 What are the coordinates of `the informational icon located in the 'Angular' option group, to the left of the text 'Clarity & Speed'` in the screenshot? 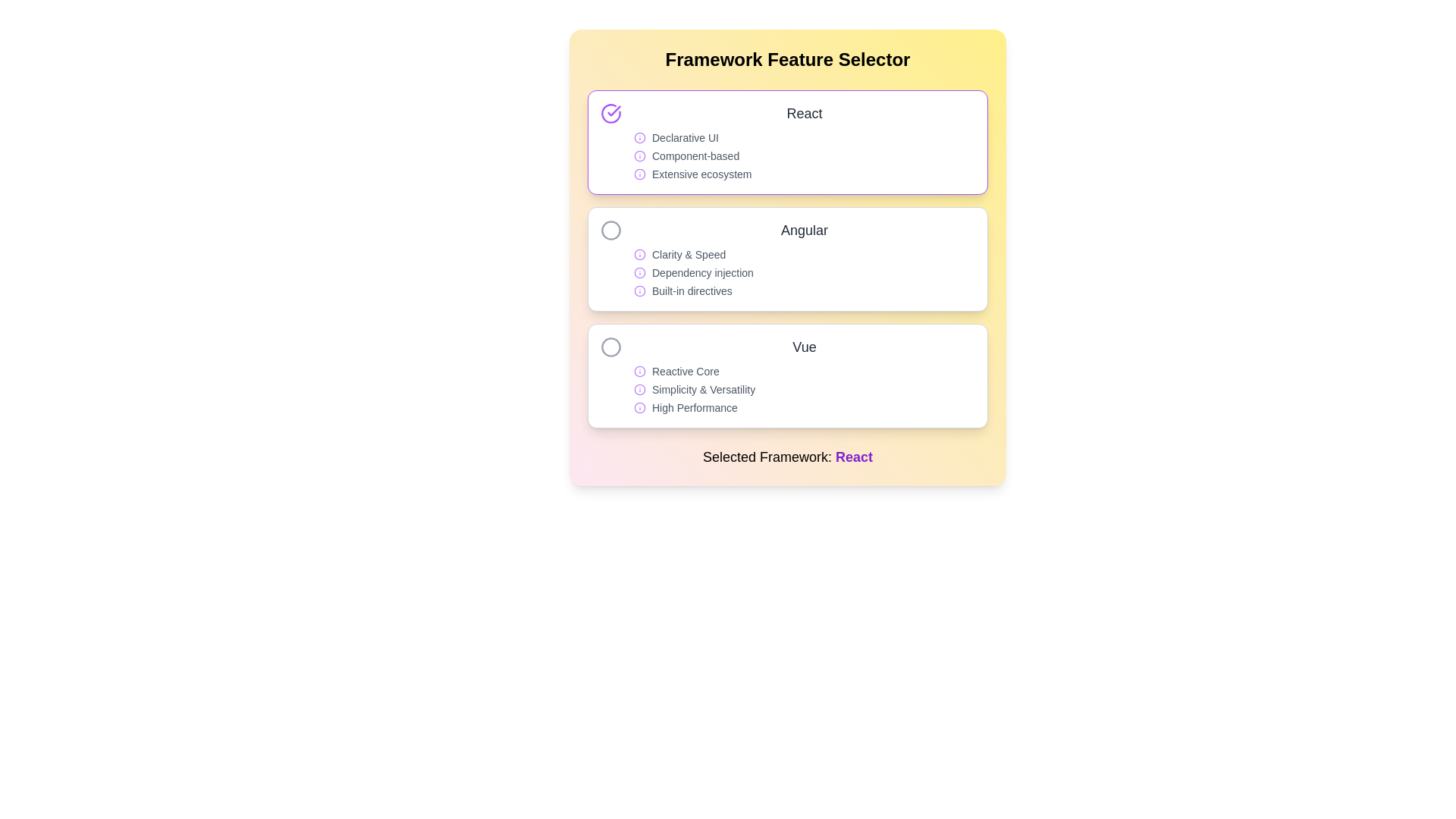 It's located at (640, 253).